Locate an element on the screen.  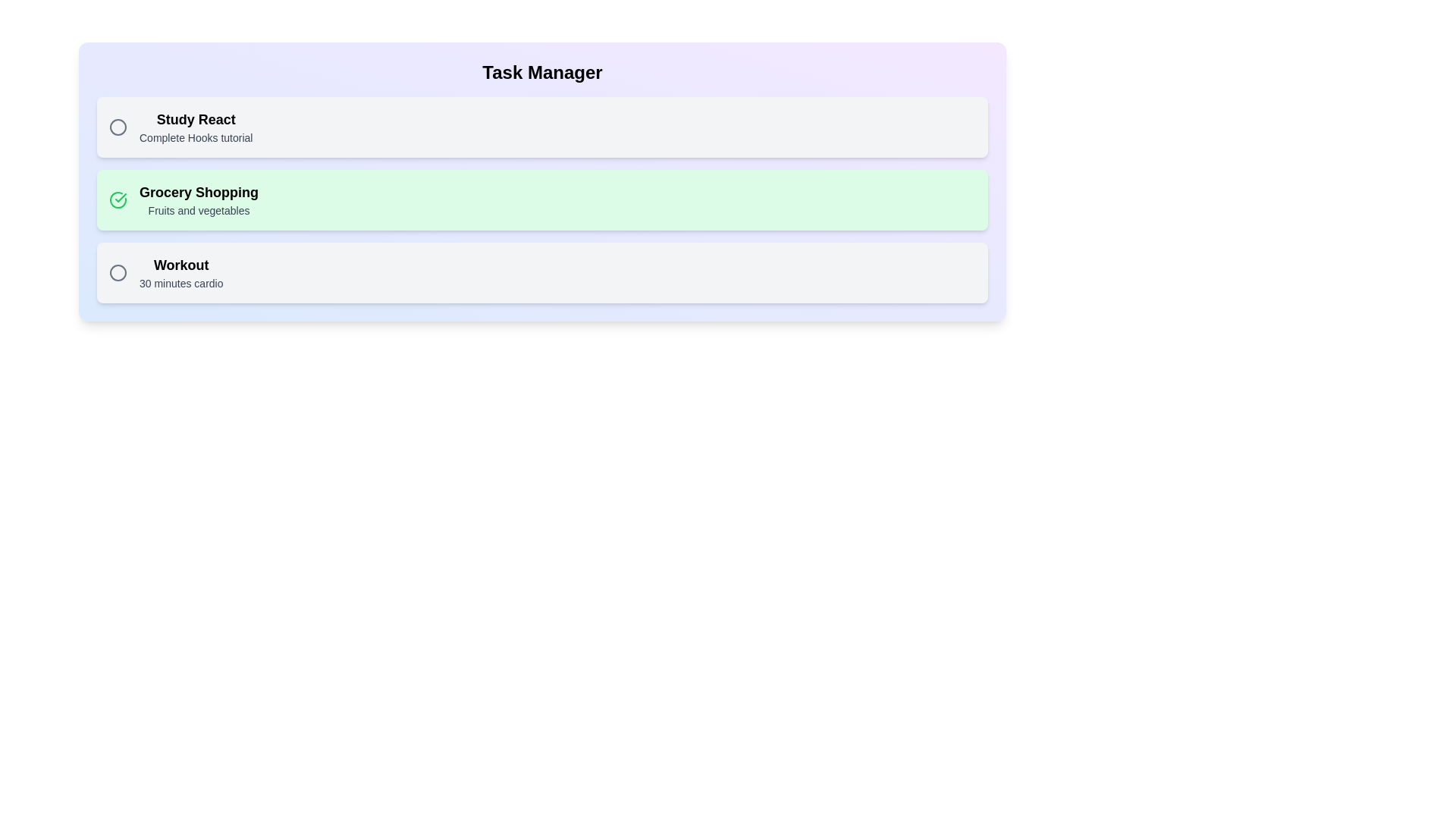
the text label that states 'Complete Hooks tutorial', which is a smaller gray font located directly beneath the title 'Study React' is located at coordinates (195, 137).